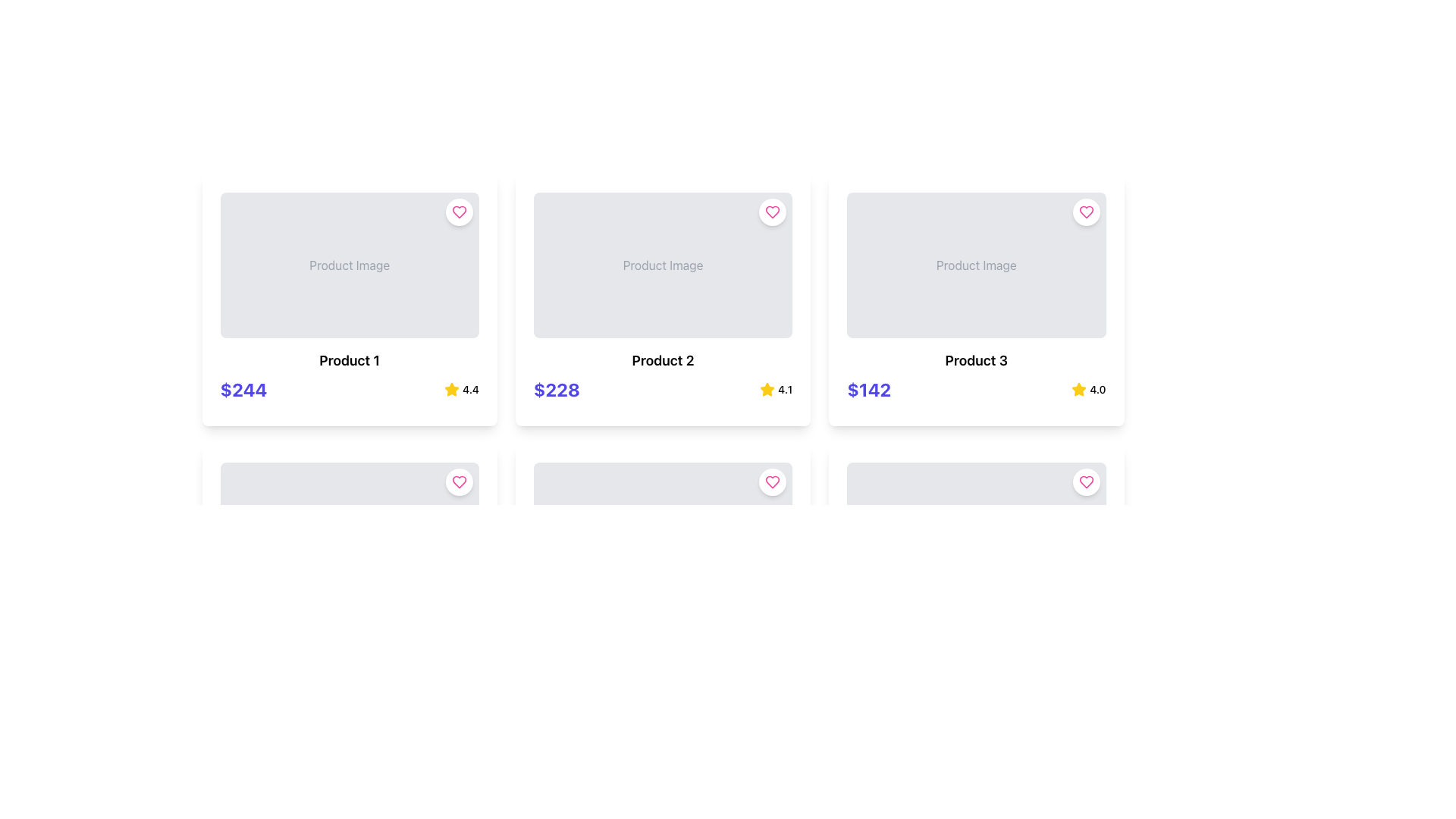 The image size is (1456, 819). Describe the element at coordinates (785, 388) in the screenshot. I see `the text label displaying the rating '4.1', which is positioned to the right of a yellow star icon in the bottom-right corner of the card for 'Product 2'` at that location.